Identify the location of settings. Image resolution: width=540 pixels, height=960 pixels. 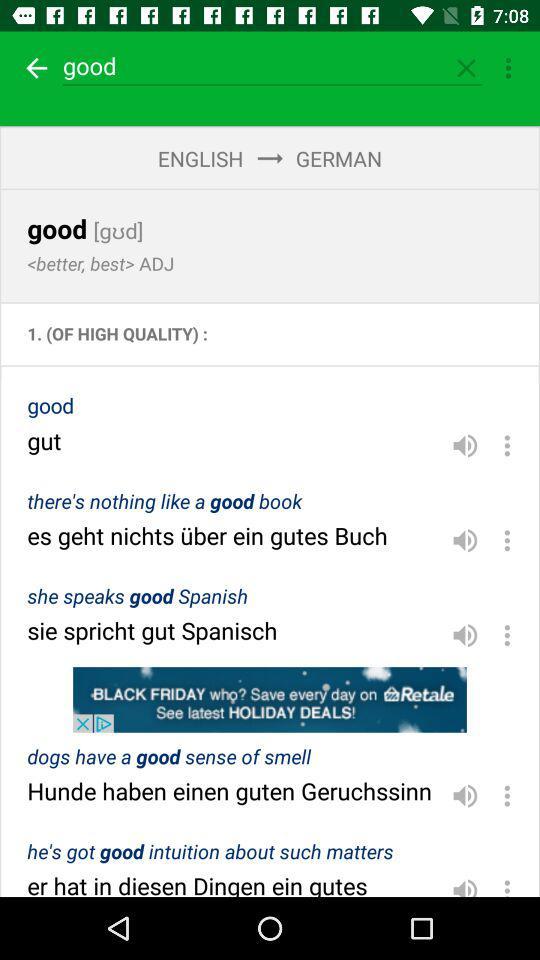
(507, 445).